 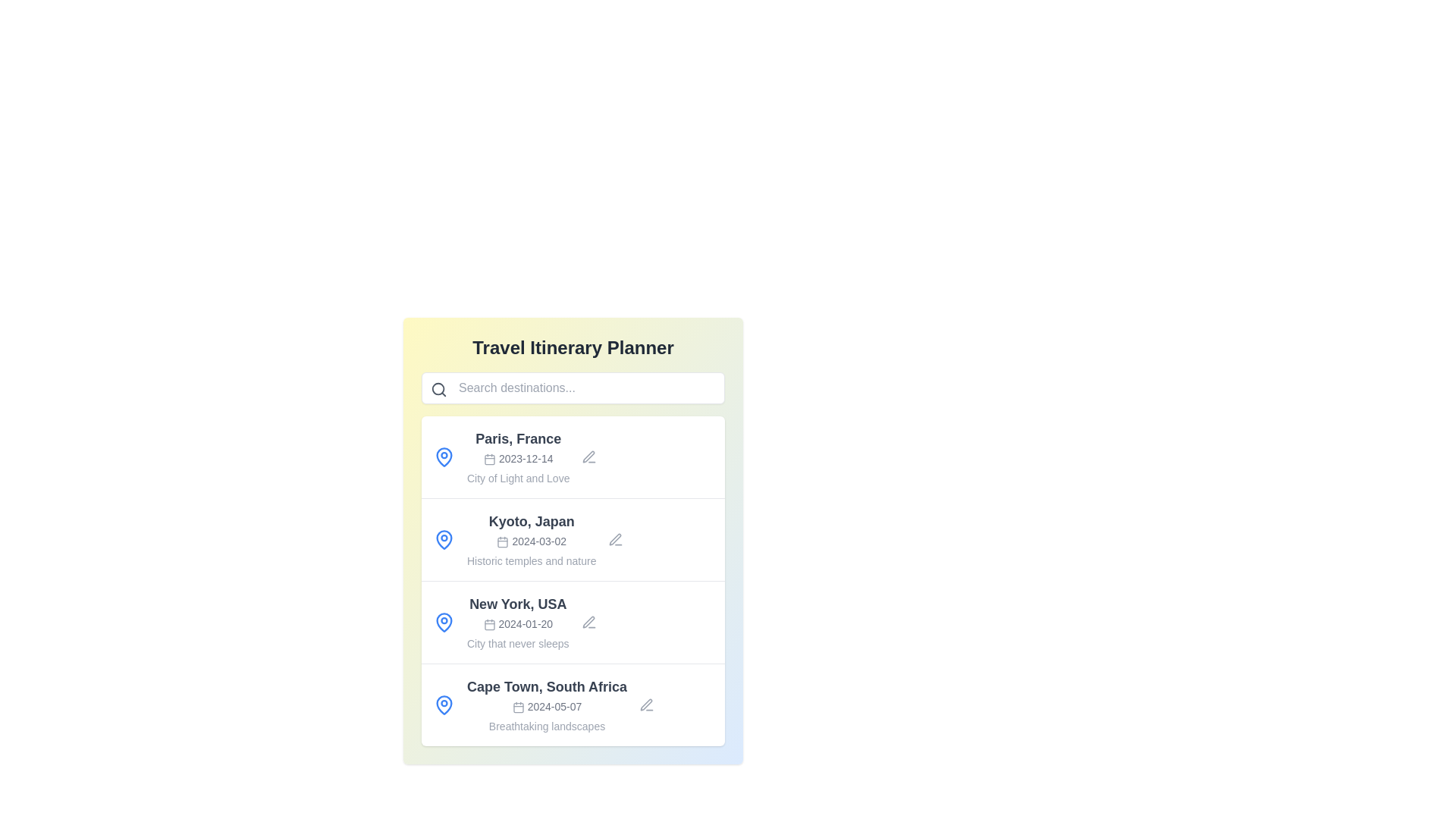 I want to click on the travel destination entry for 'Kyoto, Japan', so click(x=572, y=539).